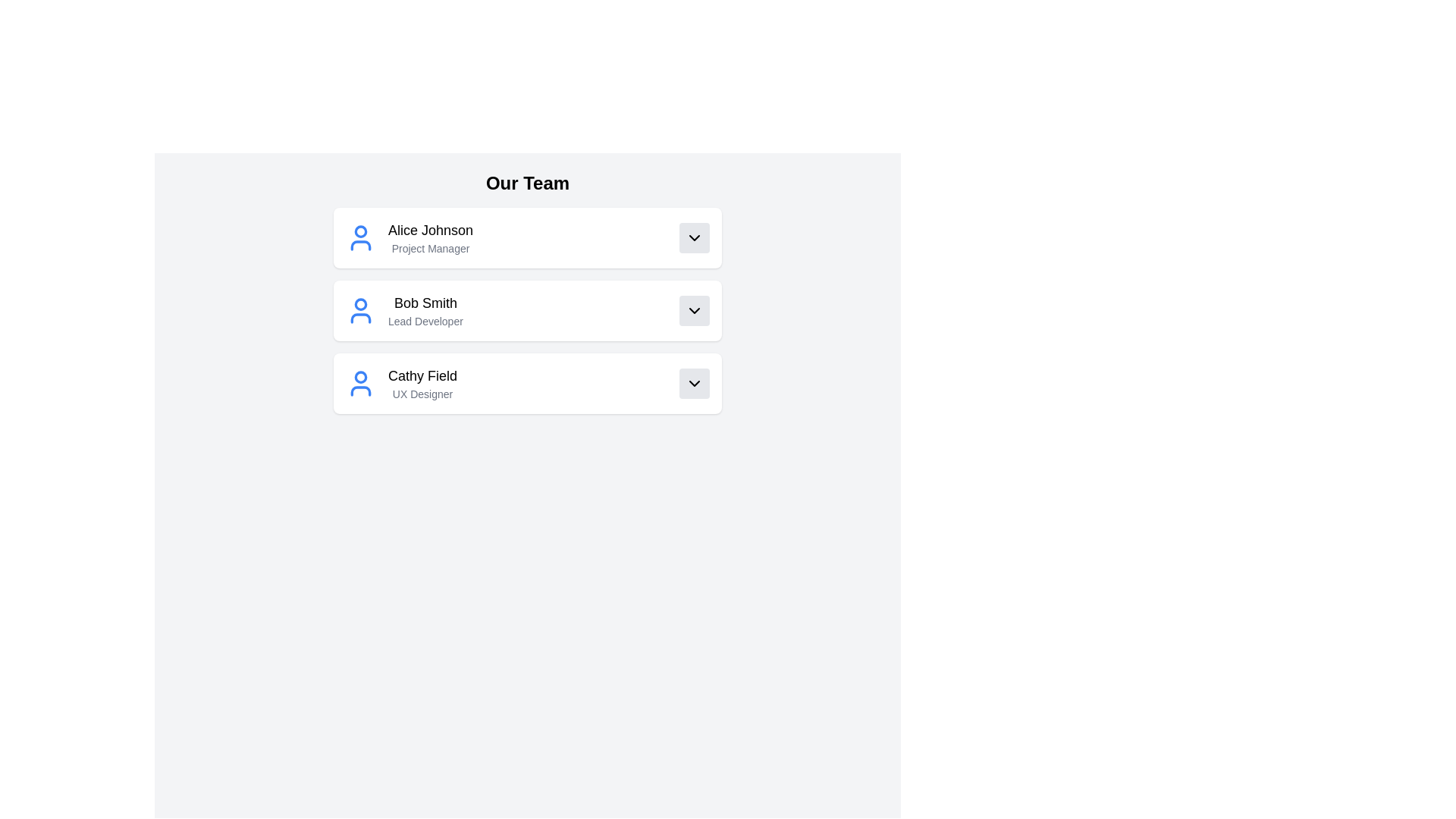  Describe the element at coordinates (359, 231) in the screenshot. I see `SVG circle element that is part of the avatar icon for team member 'Alice Johnson', which is centrally positioned within the avatar's head` at that location.